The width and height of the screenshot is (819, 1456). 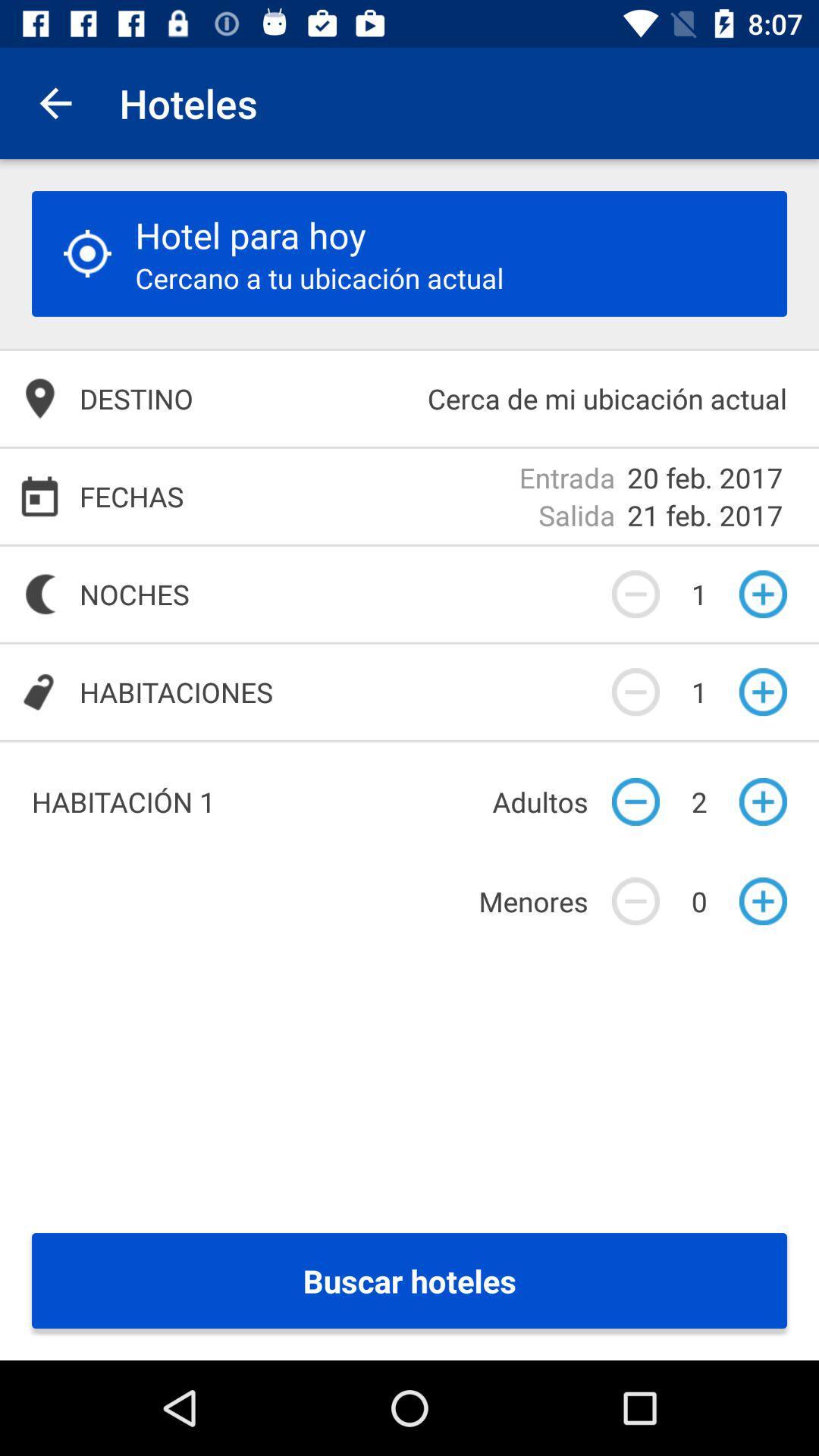 I want to click on the minus icon, so click(x=635, y=691).